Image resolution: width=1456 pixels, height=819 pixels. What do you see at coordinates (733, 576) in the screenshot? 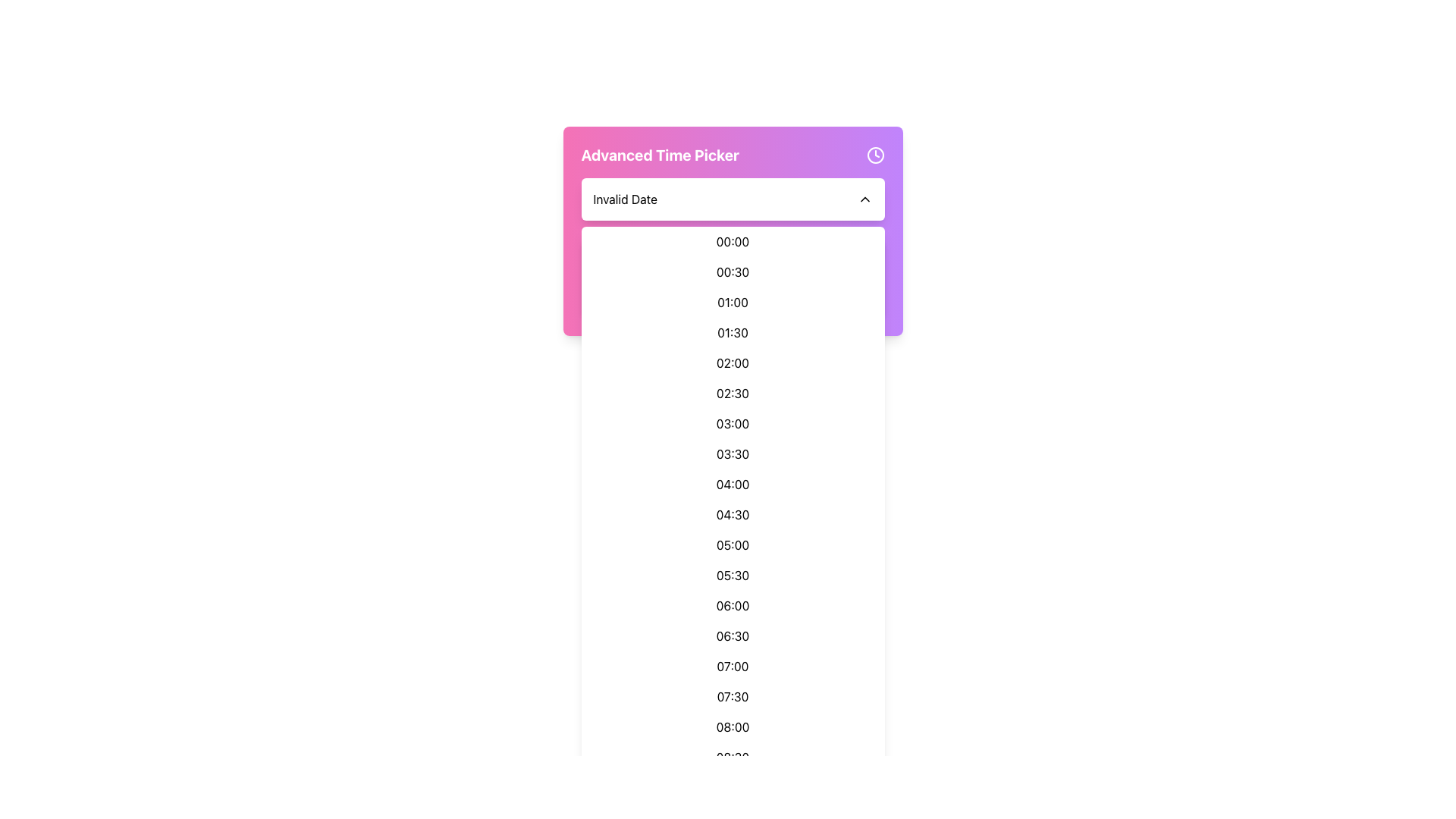
I see `the dropdown menu item that represents the time option '05:30' located as the 12th item in a vertical list of time selections` at bounding box center [733, 576].